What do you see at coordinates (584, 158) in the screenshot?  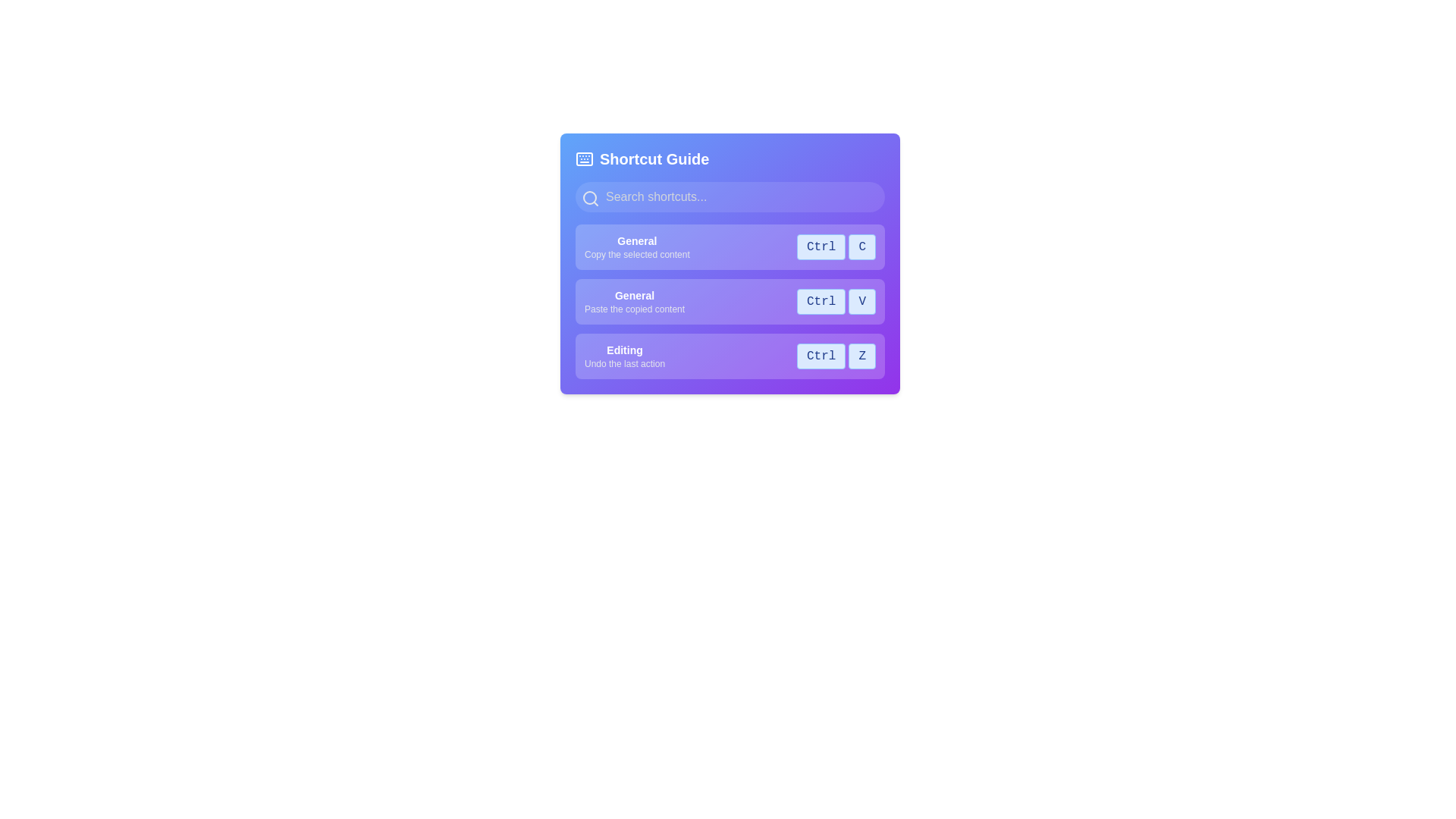 I see `the keyboard icon located to the far left of the 'Shortcut Guide' header, which has a light blue background and rounded edges` at bounding box center [584, 158].